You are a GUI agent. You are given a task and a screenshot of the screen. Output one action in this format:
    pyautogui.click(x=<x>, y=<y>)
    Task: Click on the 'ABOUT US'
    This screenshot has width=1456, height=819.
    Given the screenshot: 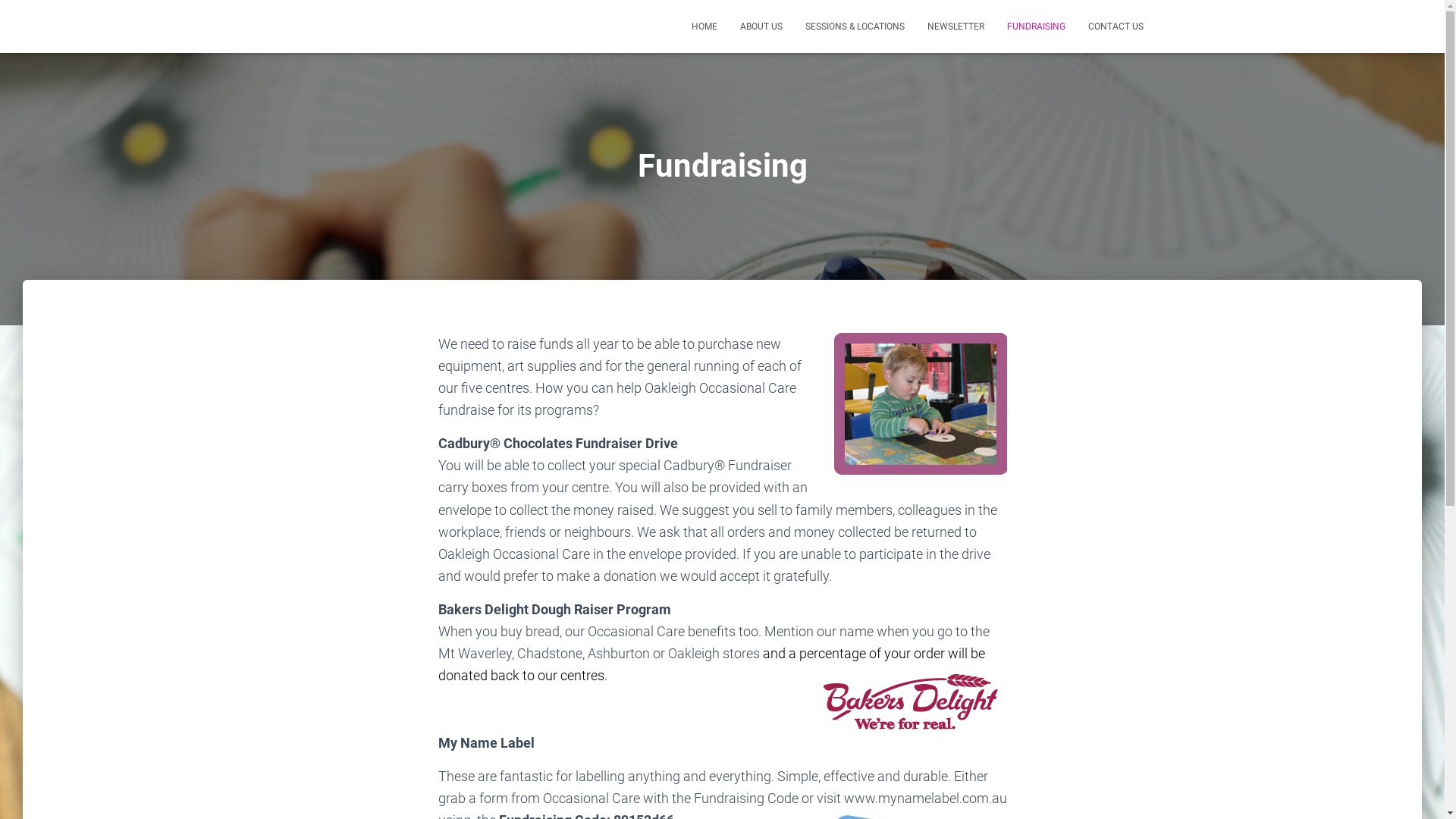 What is the action you would take?
    pyautogui.click(x=761, y=26)
    